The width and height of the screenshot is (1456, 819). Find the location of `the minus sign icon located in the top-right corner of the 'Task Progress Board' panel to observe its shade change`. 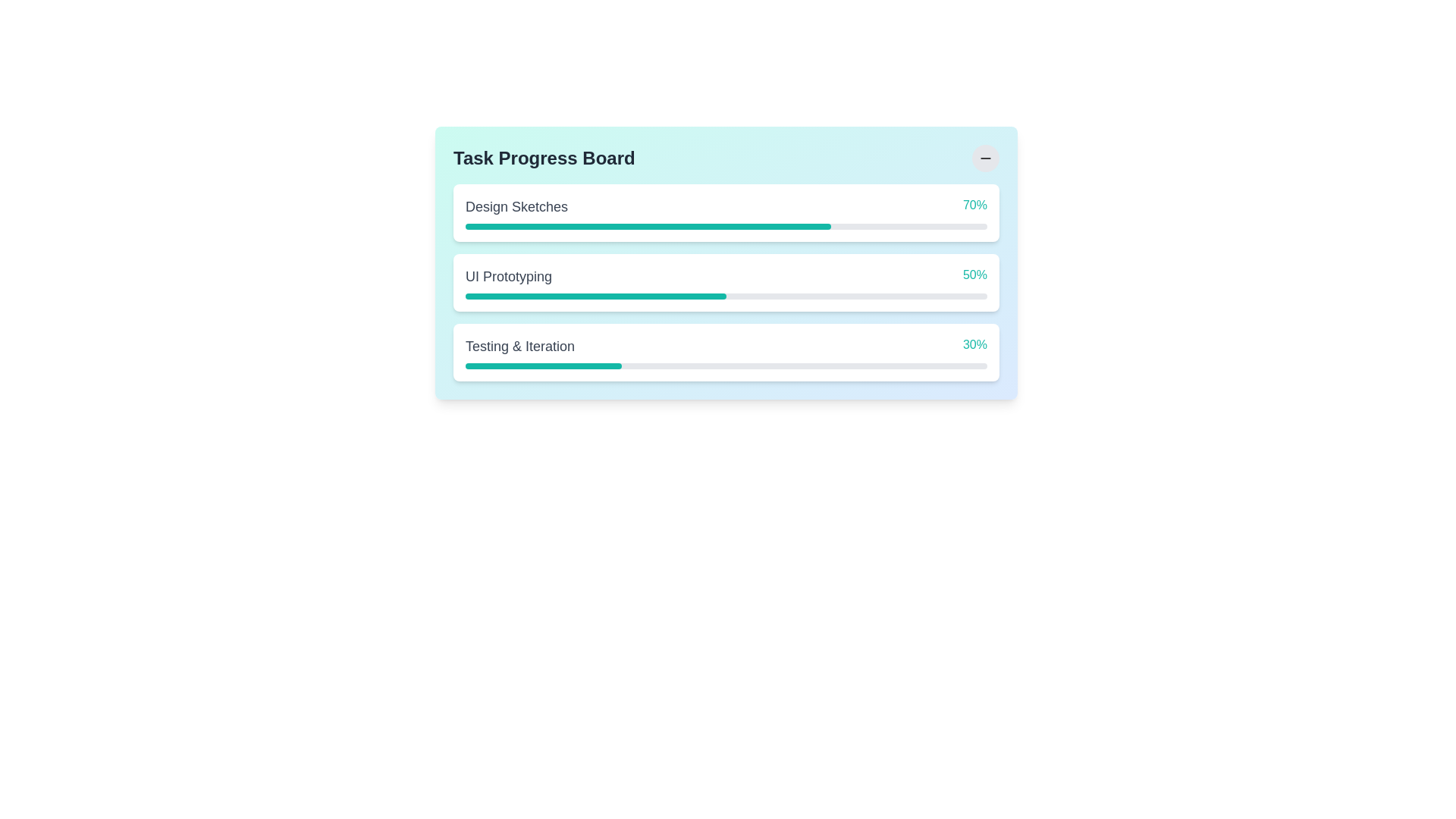

the minus sign icon located in the top-right corner of the 'Task Progress Board' panel to observe its shade change is located at coordinates (986, 158).